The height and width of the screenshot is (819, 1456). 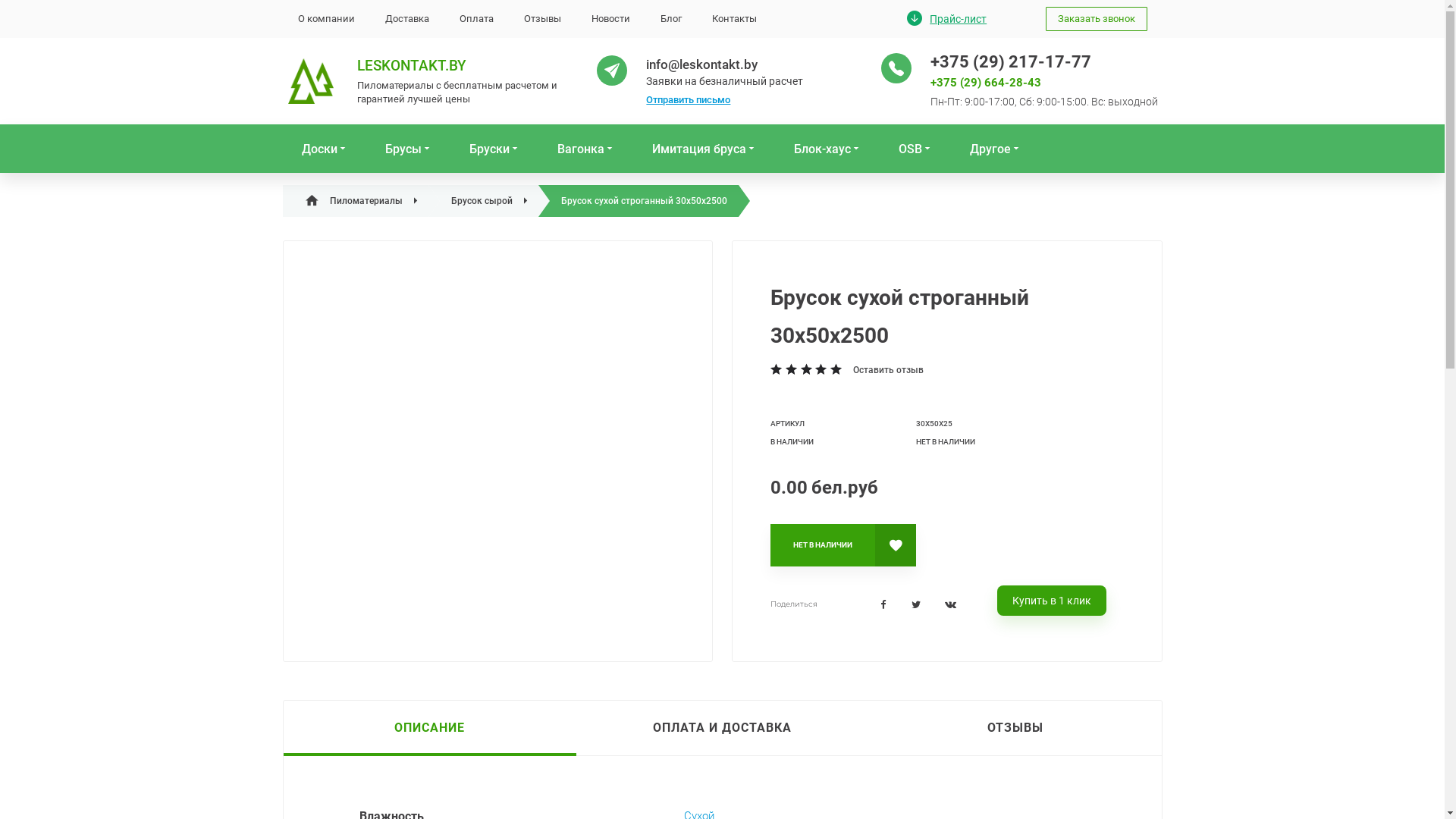 I want to click on 'OSB', so click(x=887, y=149).